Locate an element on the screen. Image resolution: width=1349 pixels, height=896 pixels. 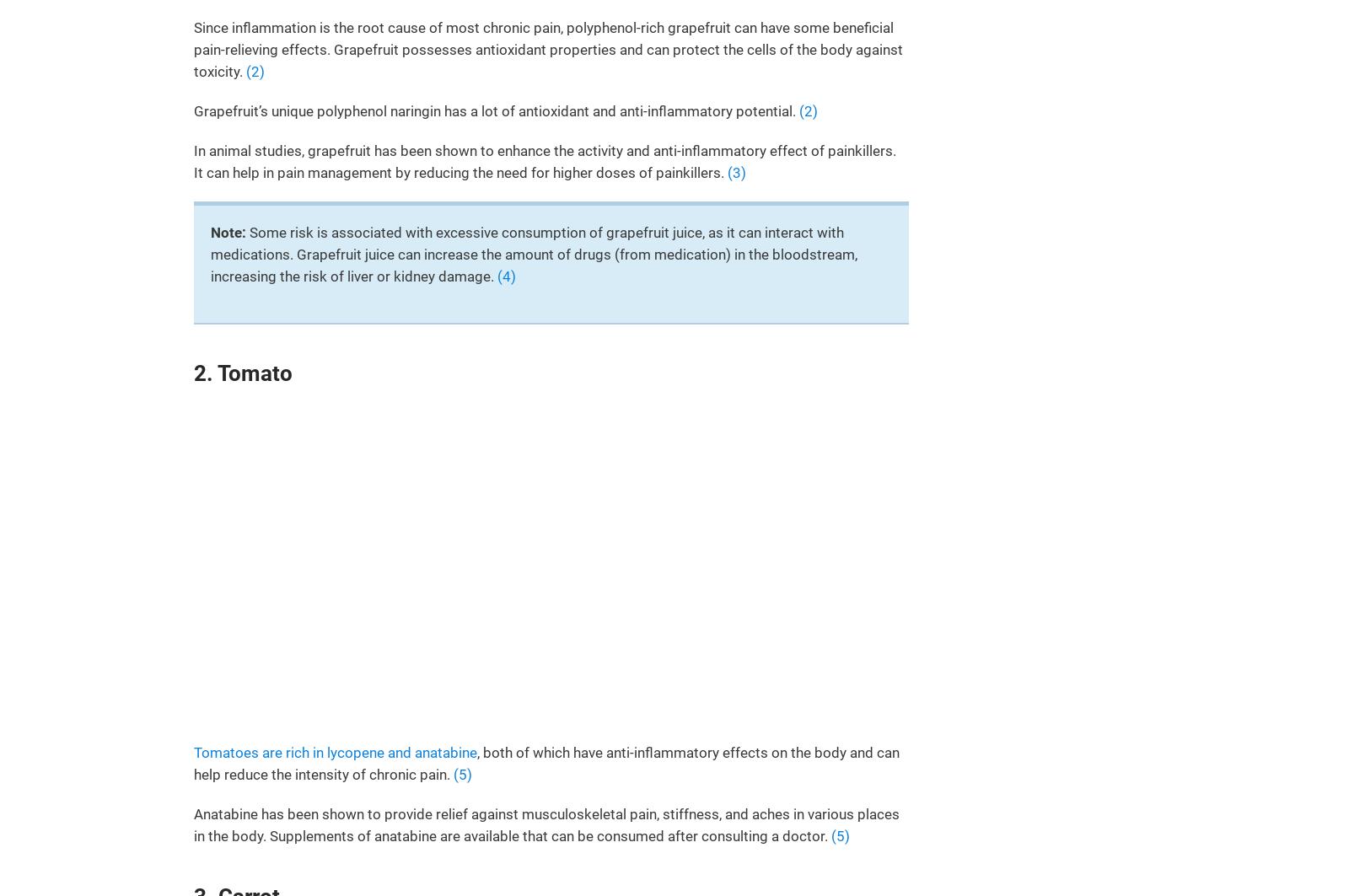
'Note:' is located at coordinates (210, 233).